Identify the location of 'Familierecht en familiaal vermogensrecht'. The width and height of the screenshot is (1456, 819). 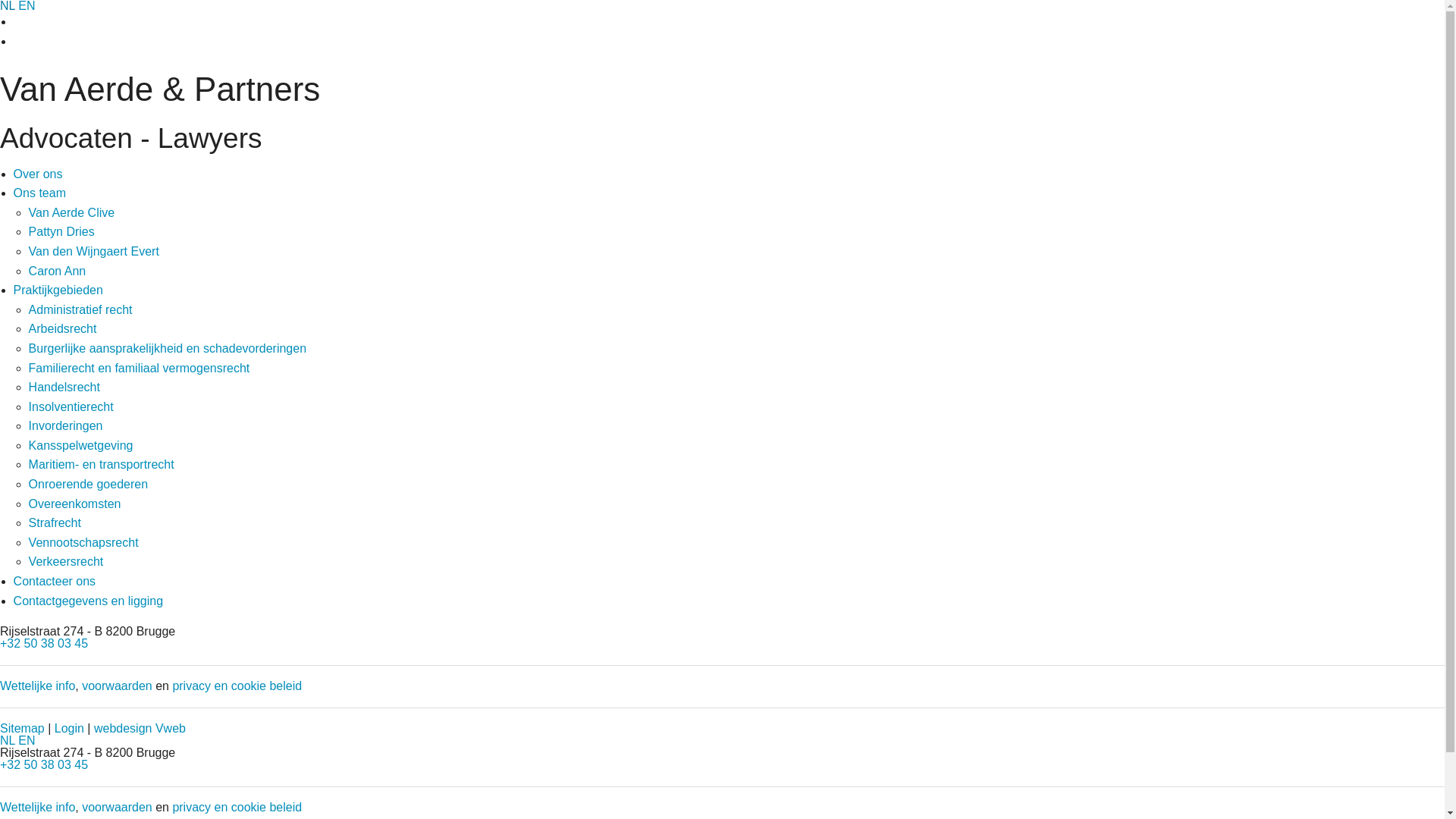
(139, 368).